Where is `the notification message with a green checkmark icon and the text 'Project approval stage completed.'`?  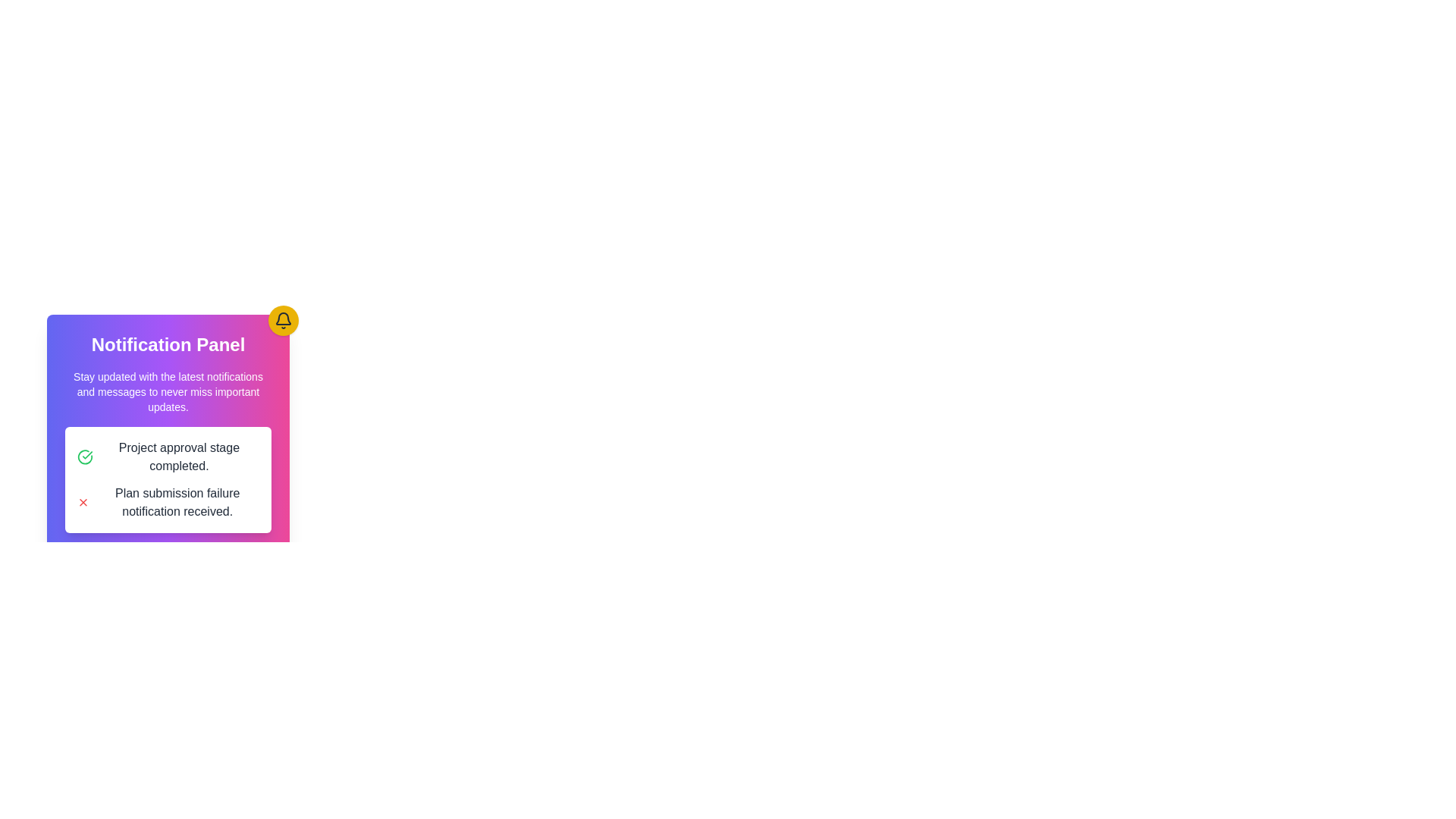 the notification message with a green checkmark icon and the text 'Project approval stage completed.' is located at coordinates (168, 456).